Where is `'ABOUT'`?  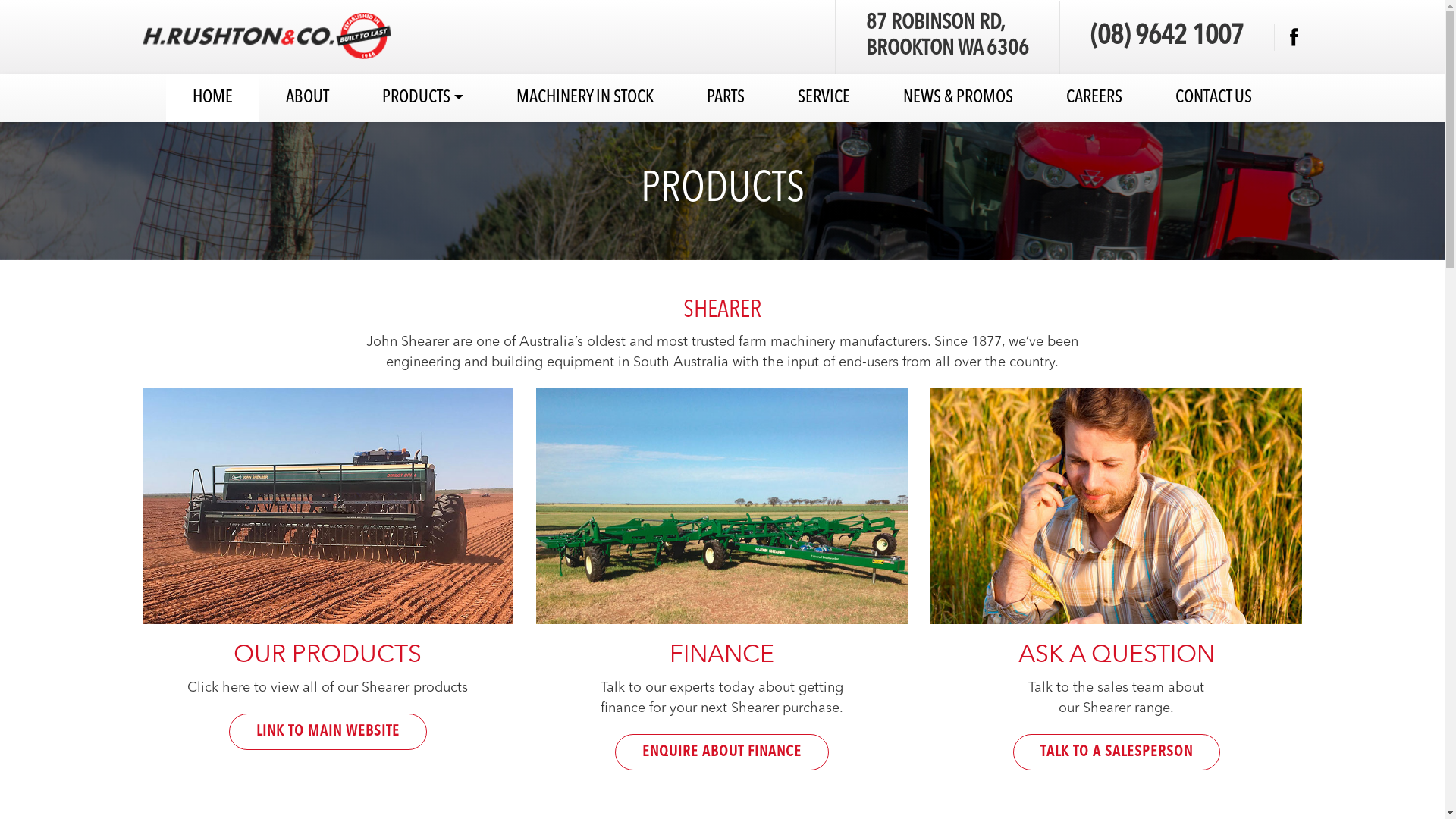 'ABOUT' is located at coordinates (306, 97).